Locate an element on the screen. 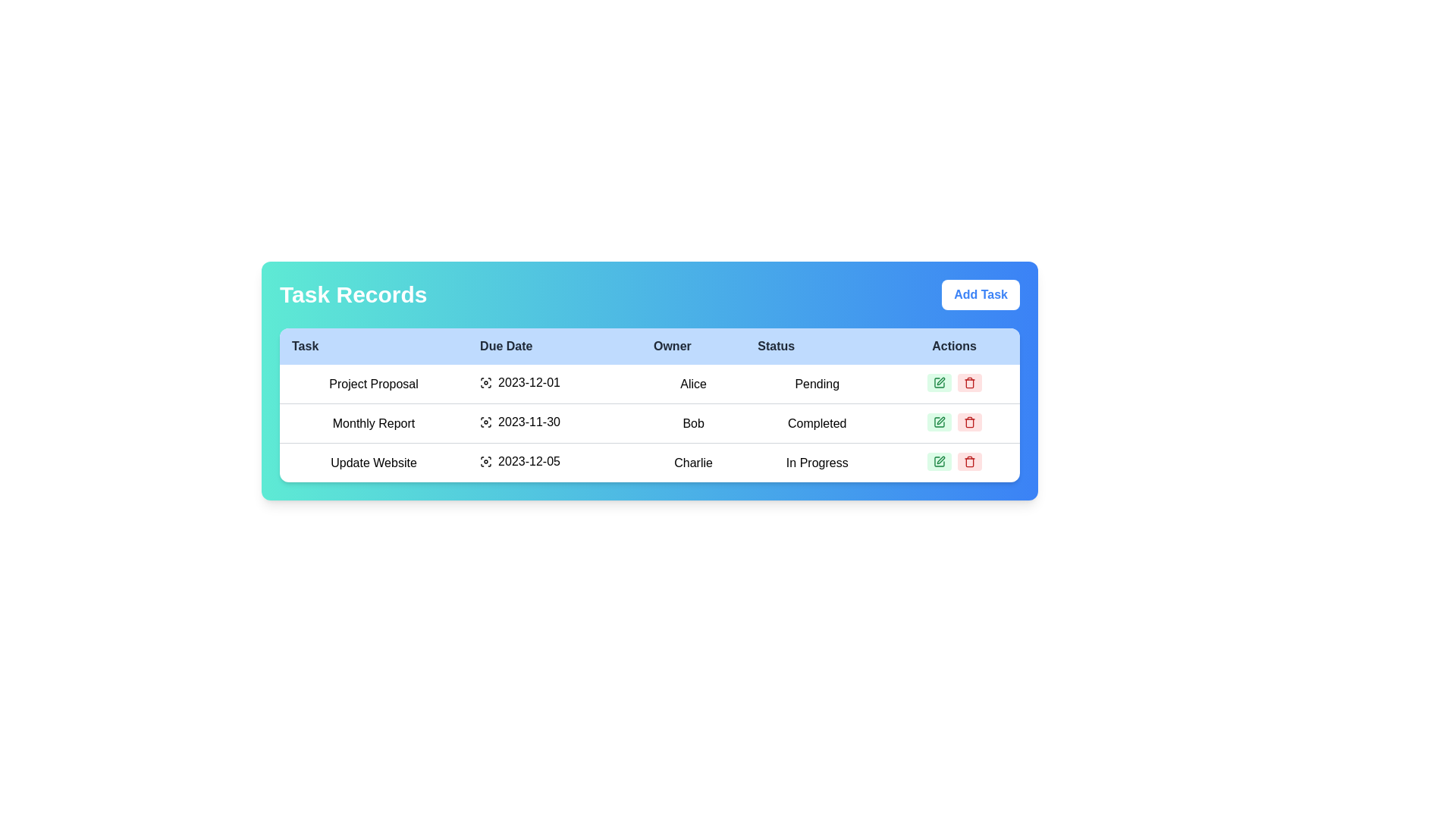  displayed date '2023-11-30' from the Date display in the 'Due Date' column, which is styled with black text on a white background and is adjacent to a small icon is located at coordinates (554, 422).